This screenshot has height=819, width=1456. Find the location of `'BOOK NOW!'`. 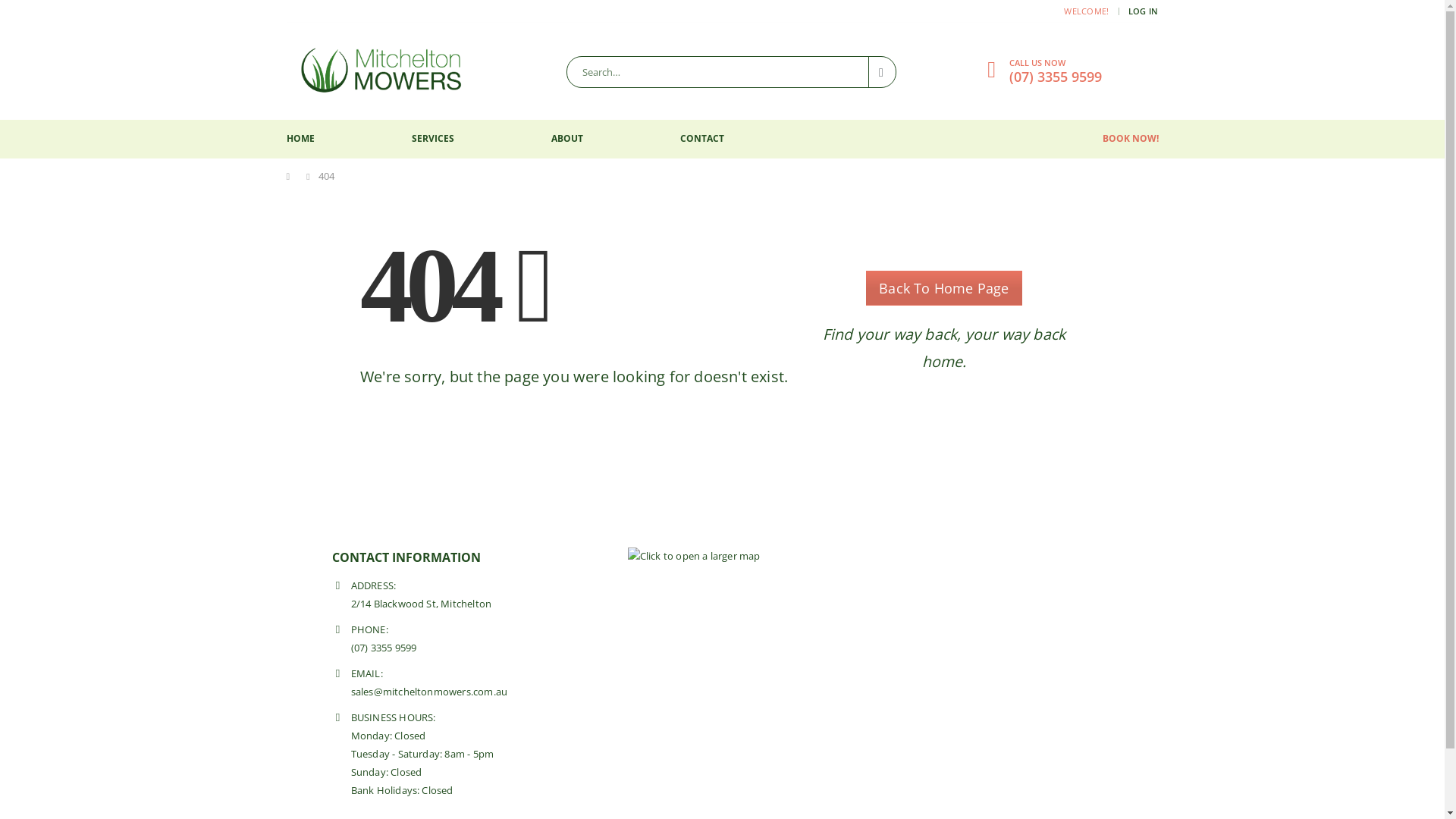

'BOOK NOW!' is located at coordinates (1131, 138).